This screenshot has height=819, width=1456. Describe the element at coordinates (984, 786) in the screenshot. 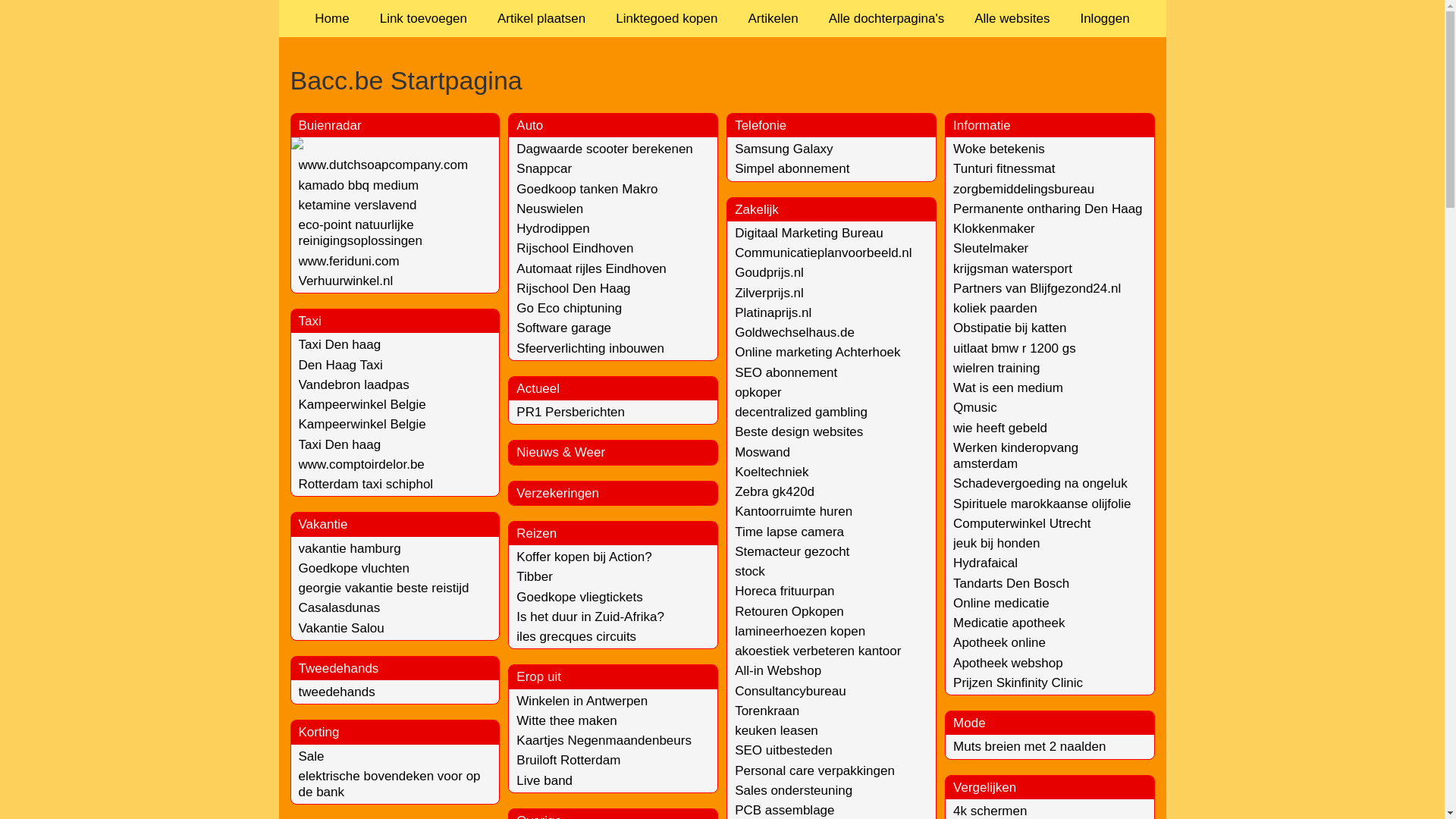

I see `'Vergelijken'` at that location.